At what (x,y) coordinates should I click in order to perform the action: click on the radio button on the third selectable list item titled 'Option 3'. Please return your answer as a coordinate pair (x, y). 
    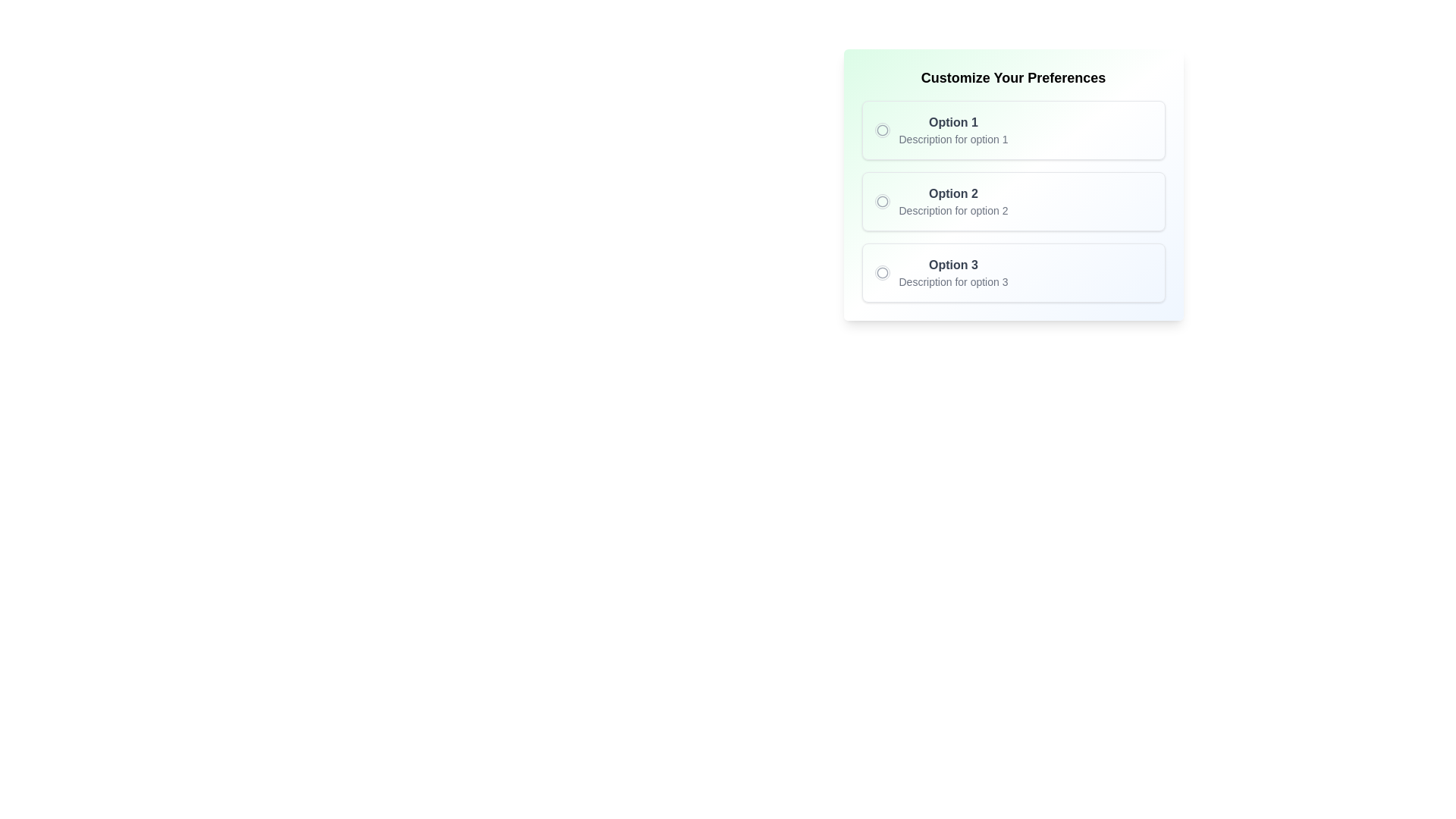
    Looking at the image, I should click on (1013, 271).